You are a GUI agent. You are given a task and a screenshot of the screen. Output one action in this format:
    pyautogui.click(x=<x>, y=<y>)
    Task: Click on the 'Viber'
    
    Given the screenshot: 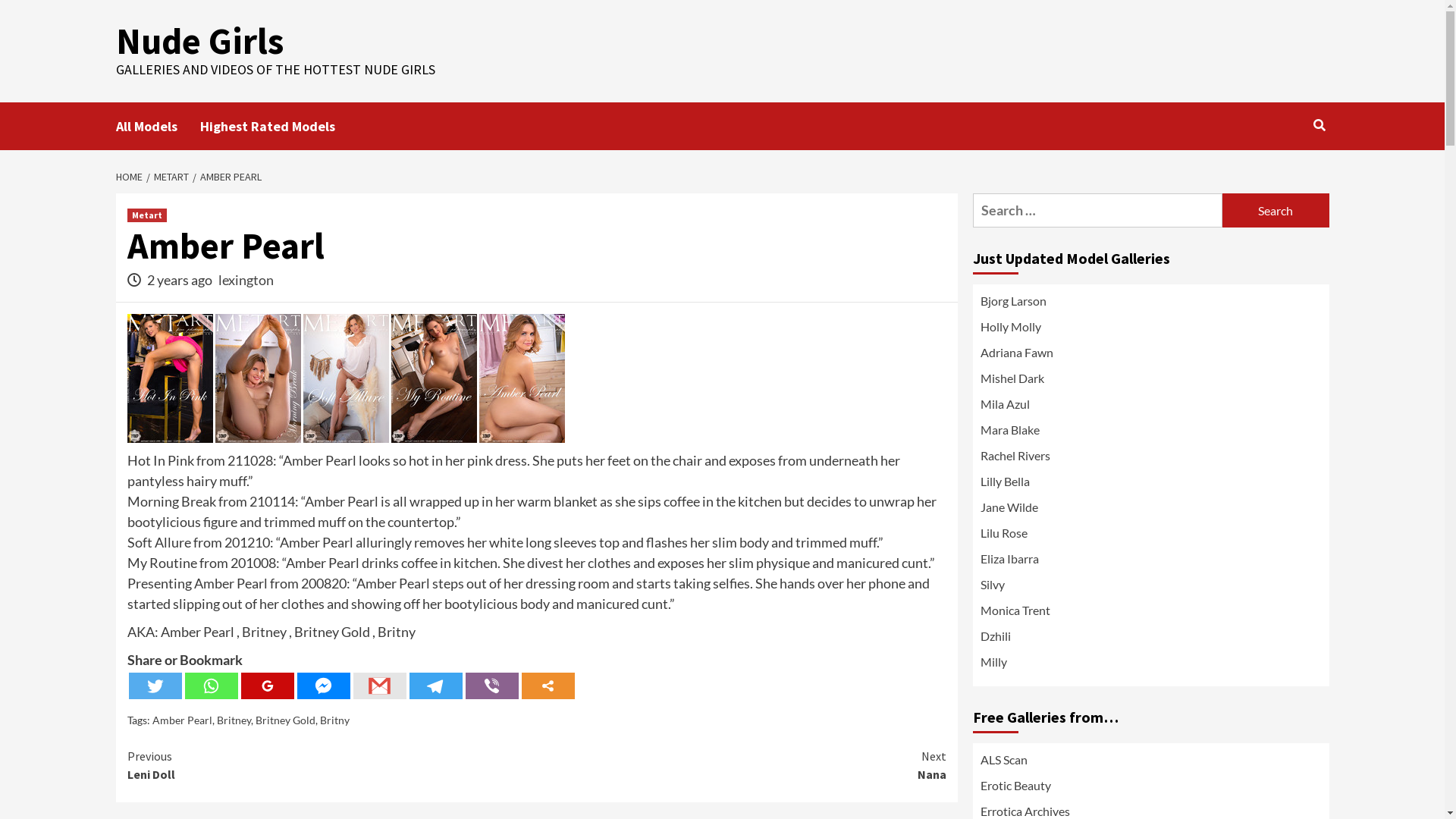 What is the action you would take?
    pyautogui.click(x=465, y=686)
    